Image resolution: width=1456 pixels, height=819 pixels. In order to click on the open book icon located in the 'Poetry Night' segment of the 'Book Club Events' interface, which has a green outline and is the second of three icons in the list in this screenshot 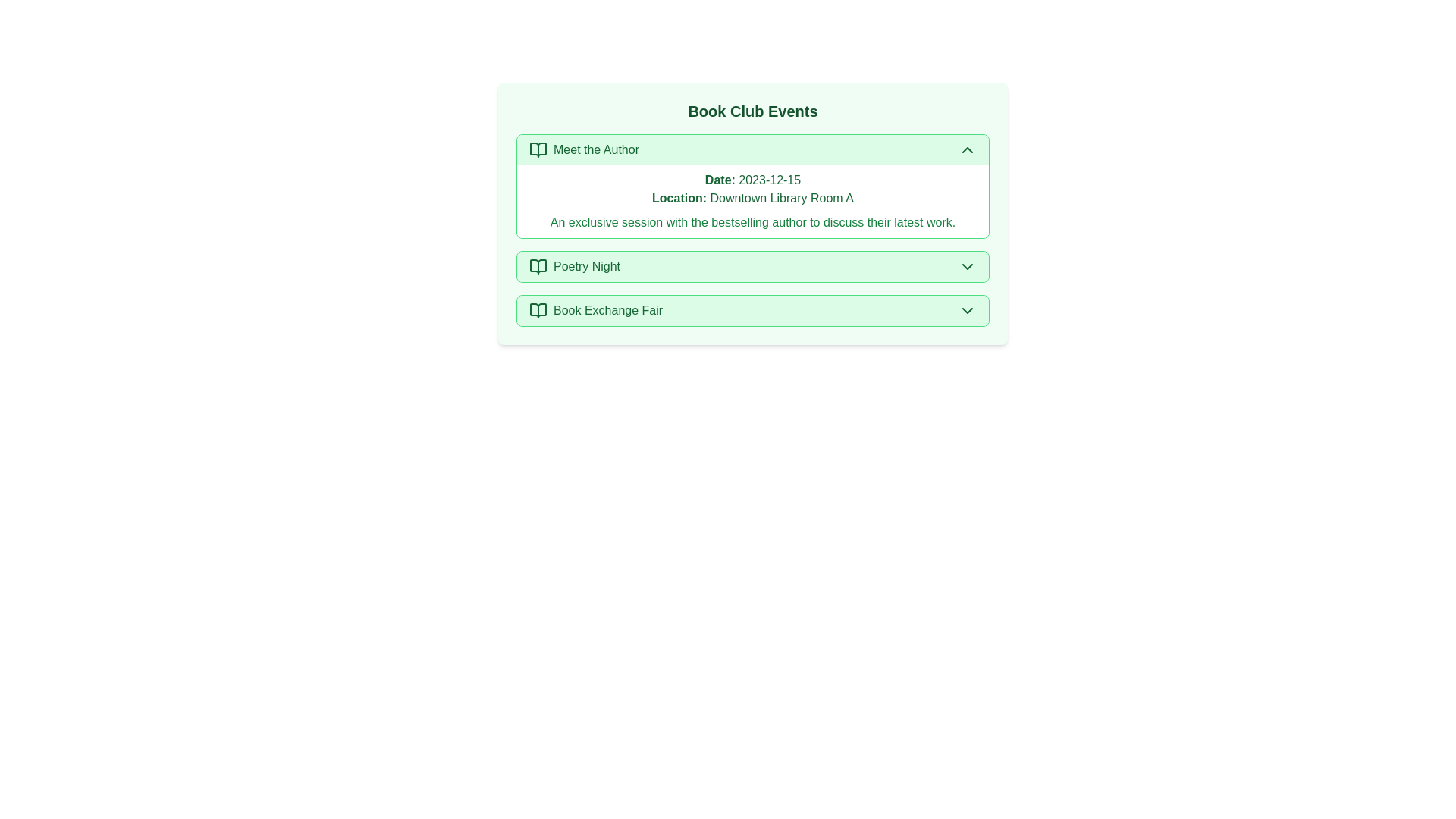, I will do `click(538, 265)`.